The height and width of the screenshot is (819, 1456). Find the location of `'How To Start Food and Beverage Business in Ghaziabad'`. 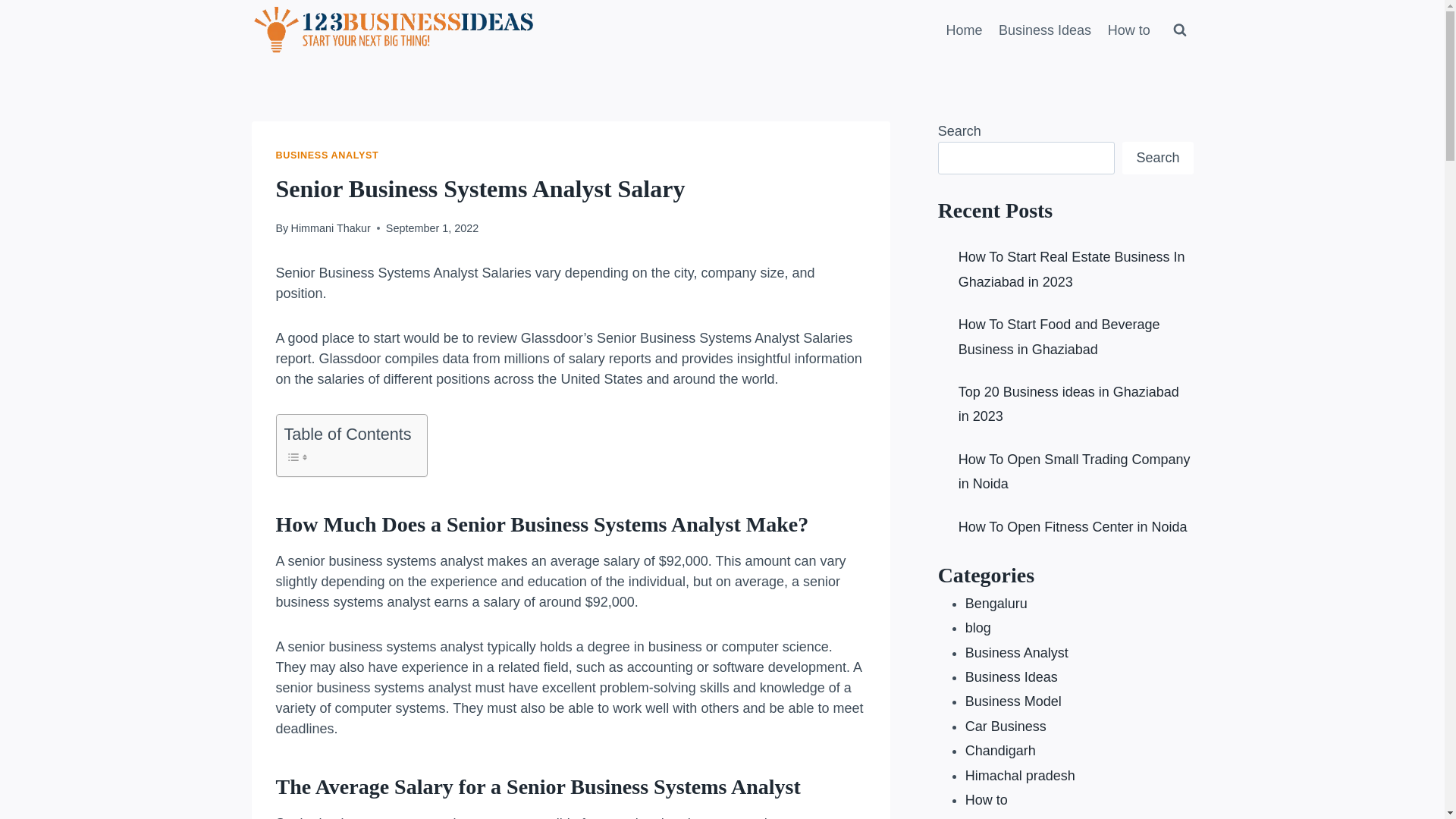

'How To Start Food and Beverage Business in Ghaziabad' is located at coordinates (1058, 335).